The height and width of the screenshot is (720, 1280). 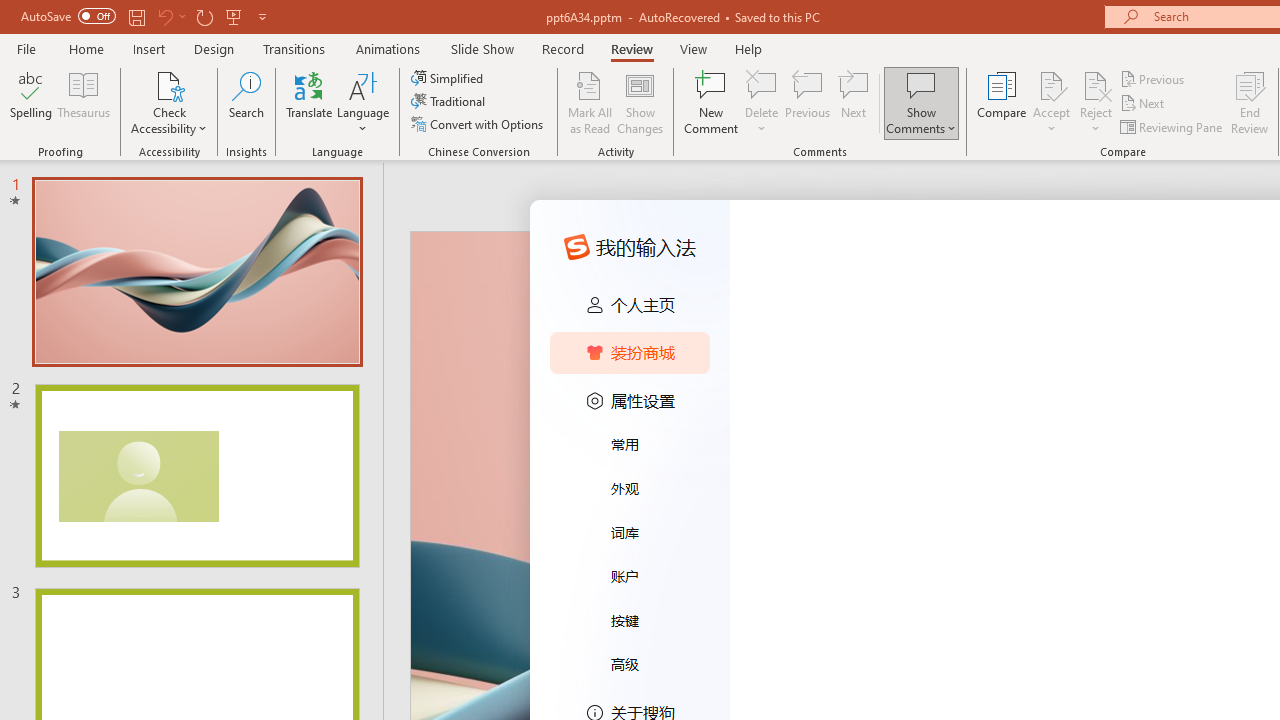 I want to click on 'New Comment', so click(x=711, y=103).